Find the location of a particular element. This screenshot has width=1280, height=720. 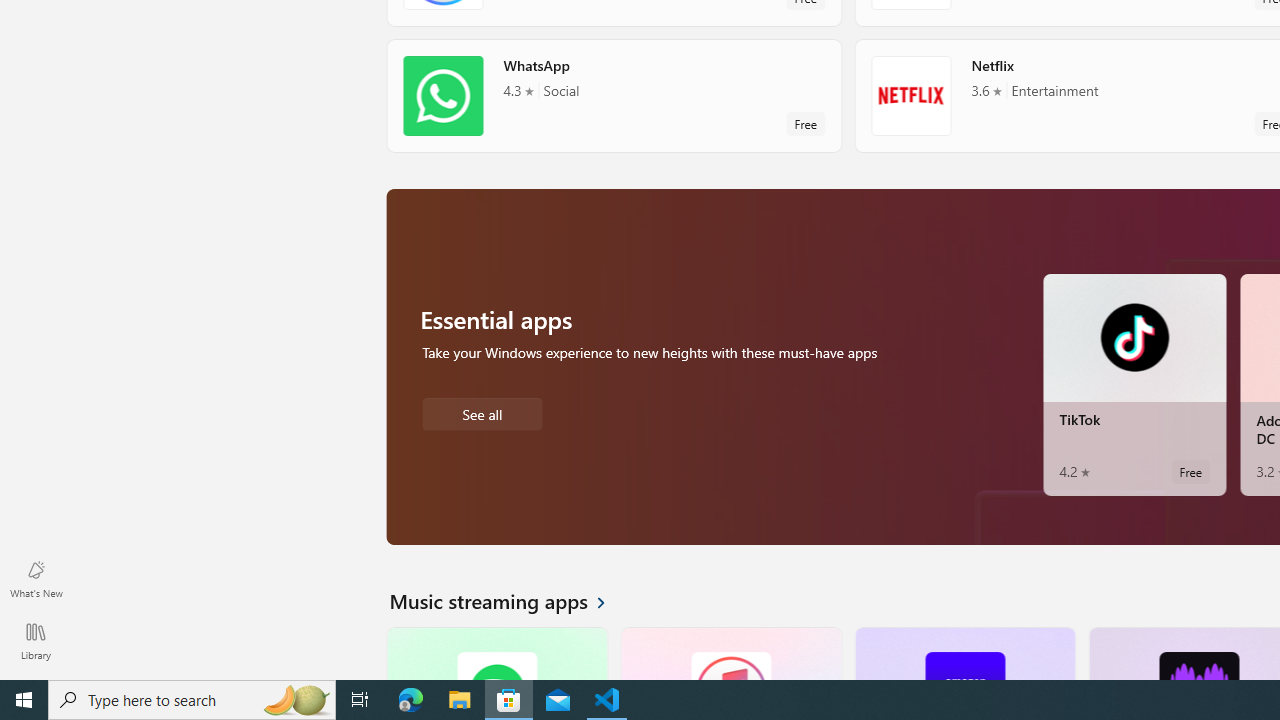

'What' is located at coordinates (35, 578).